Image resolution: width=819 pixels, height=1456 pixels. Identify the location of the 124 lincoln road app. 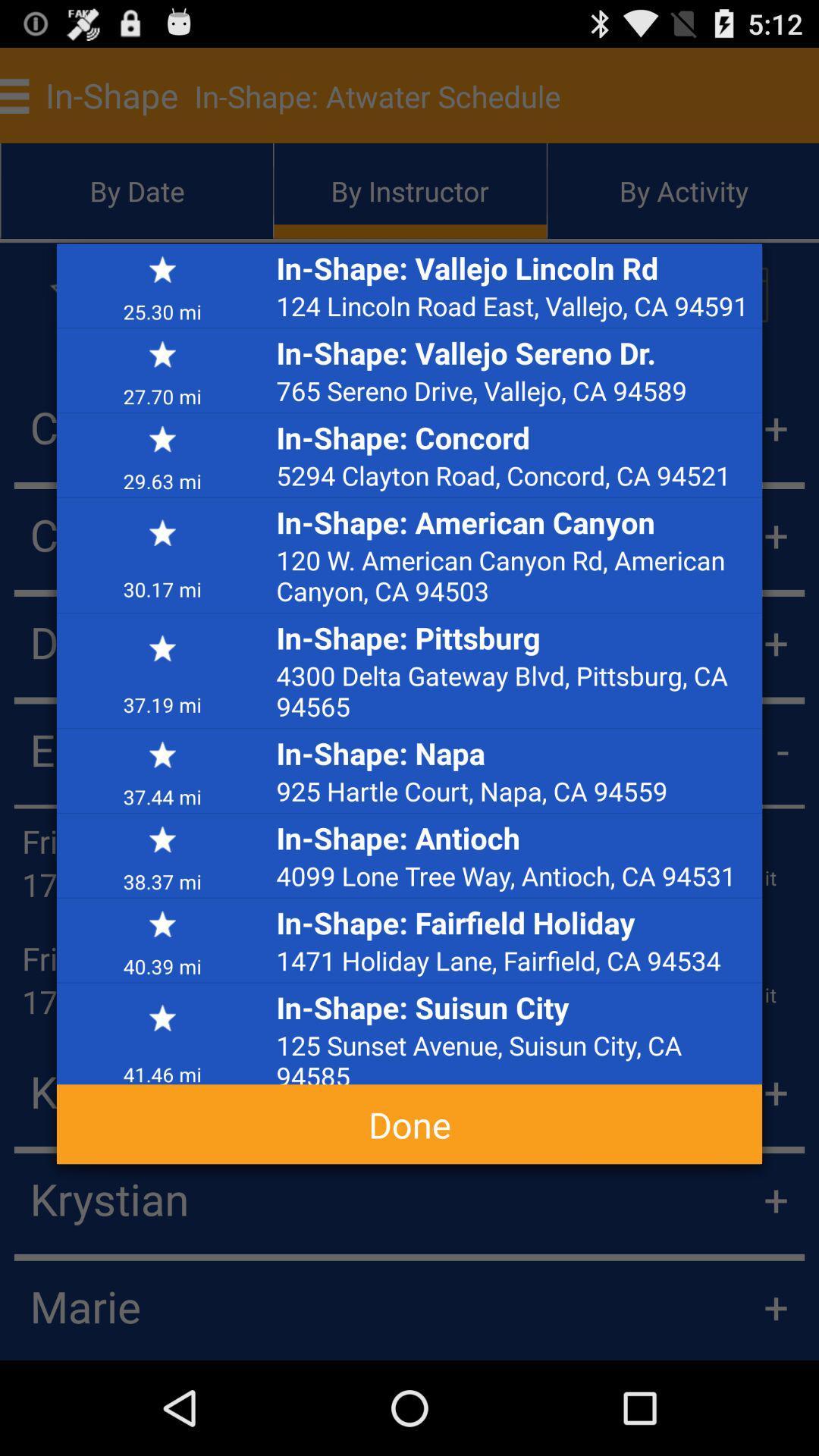
(514, 305).